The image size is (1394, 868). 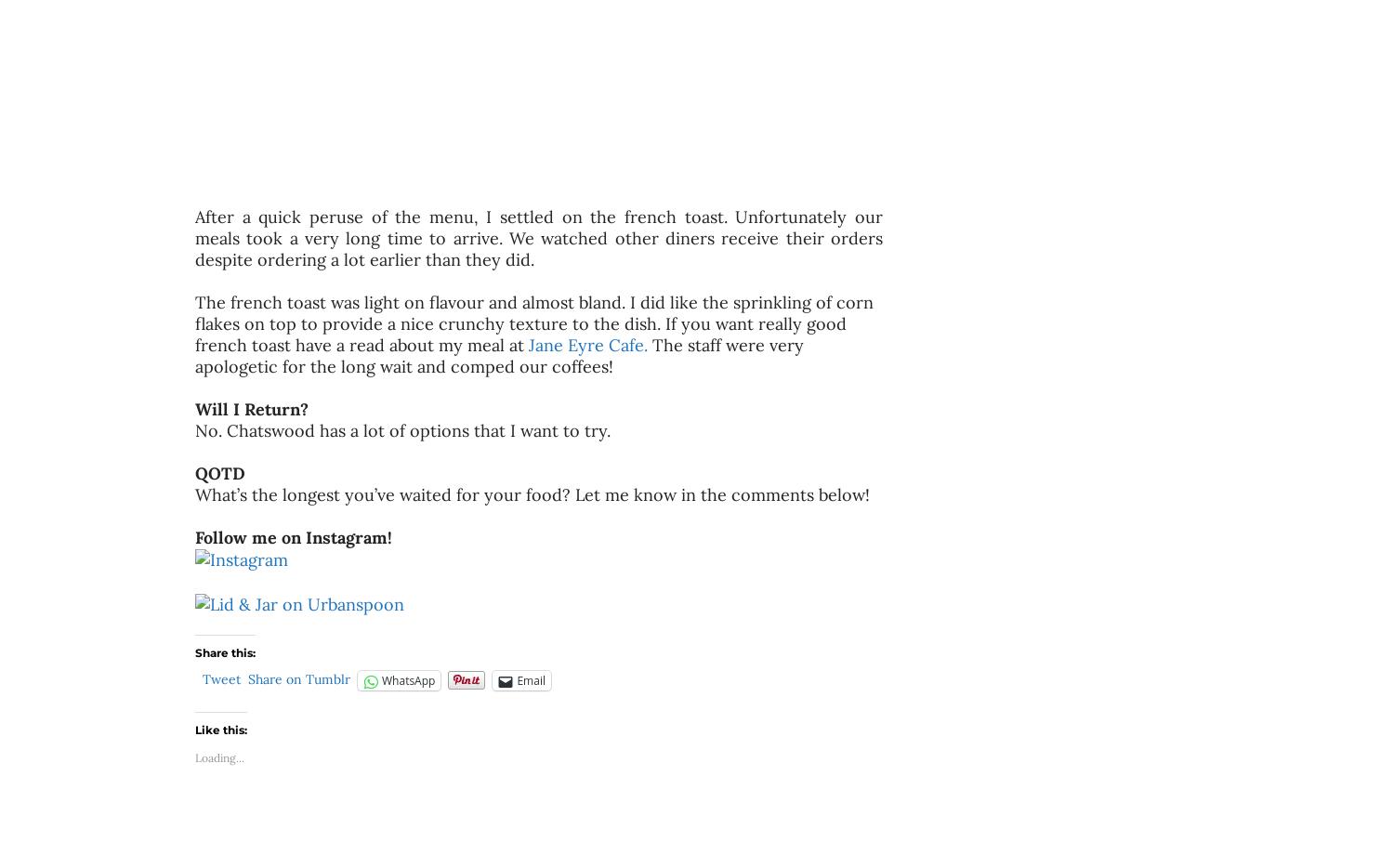 I want to click on 'Will I Return?', so click(x=254, y=409).